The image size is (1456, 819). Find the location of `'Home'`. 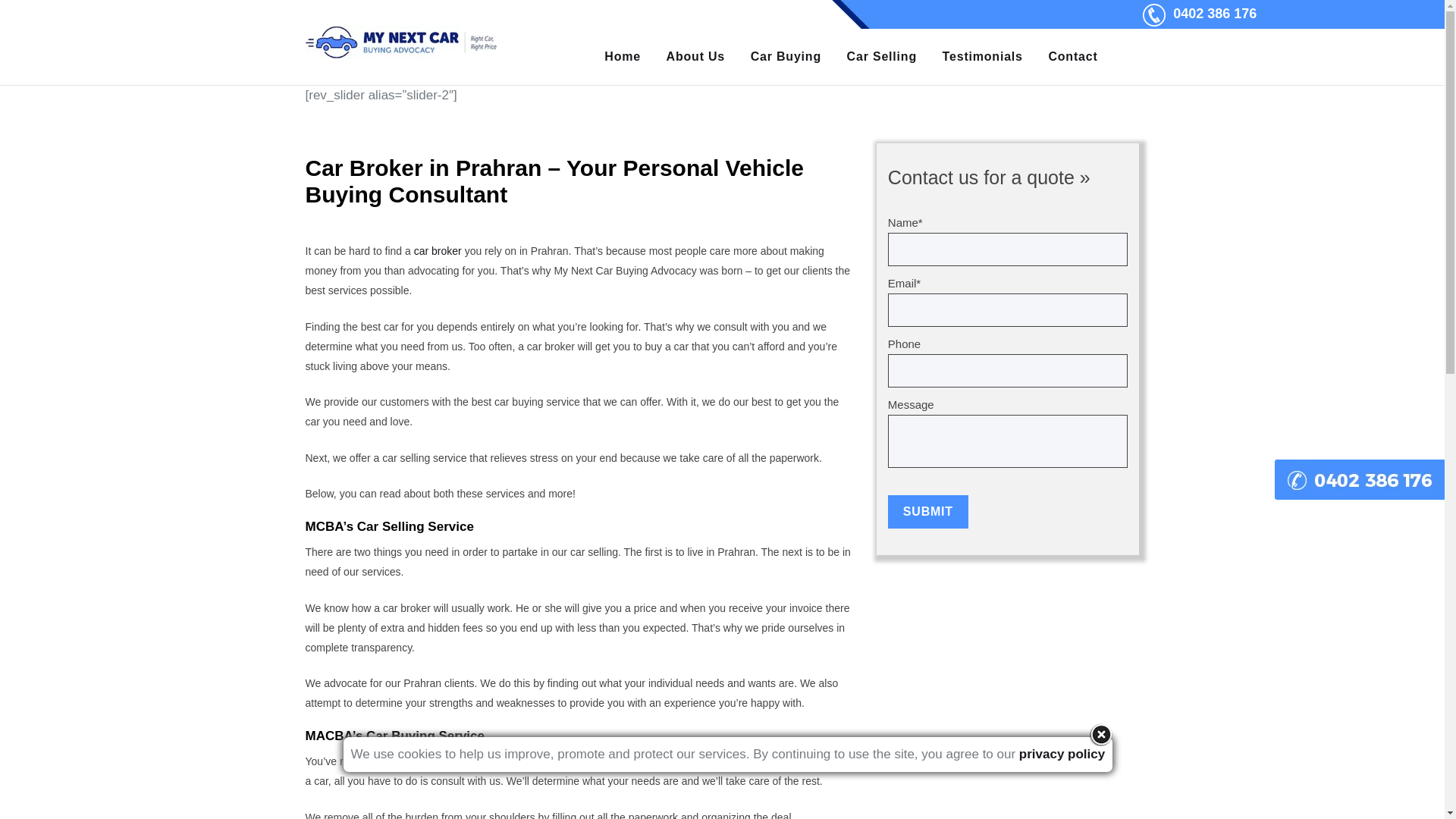

'Home' is located at coordinates (623, 55).